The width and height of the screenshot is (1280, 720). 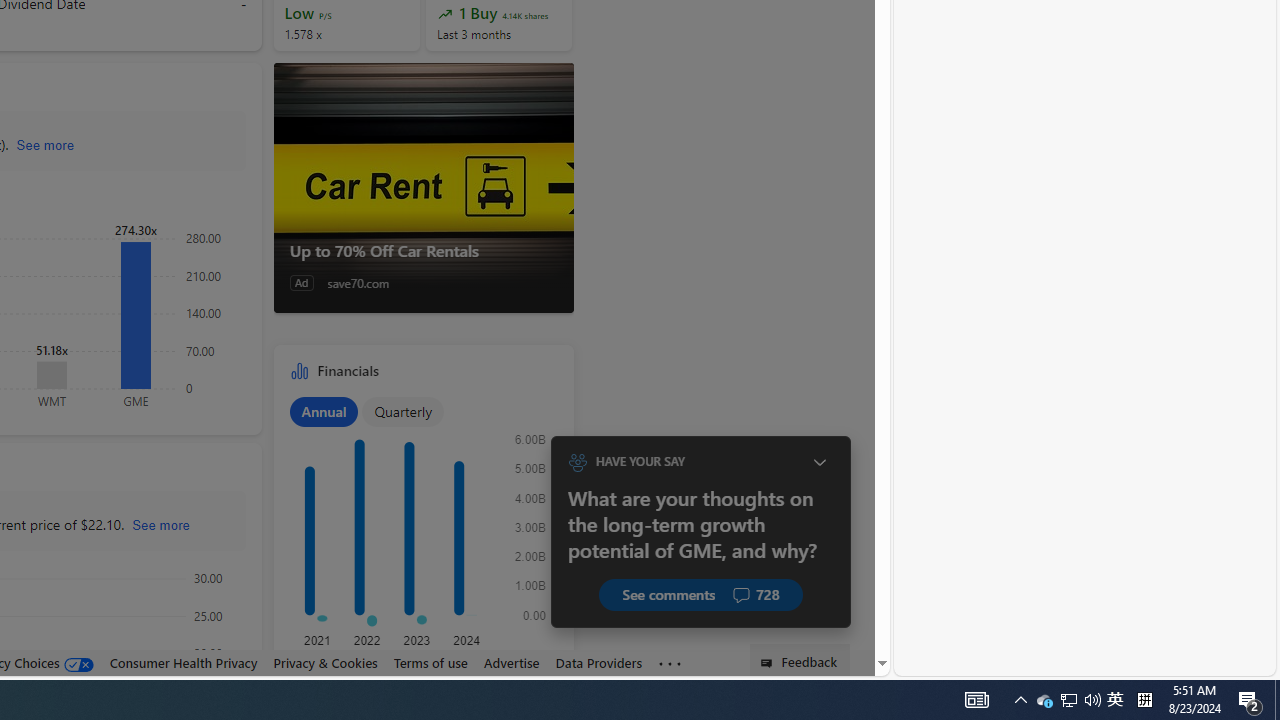 I want to click on 'Class: chartOuter-DS-EntryPoint1-1', so click(x=418, y=532).